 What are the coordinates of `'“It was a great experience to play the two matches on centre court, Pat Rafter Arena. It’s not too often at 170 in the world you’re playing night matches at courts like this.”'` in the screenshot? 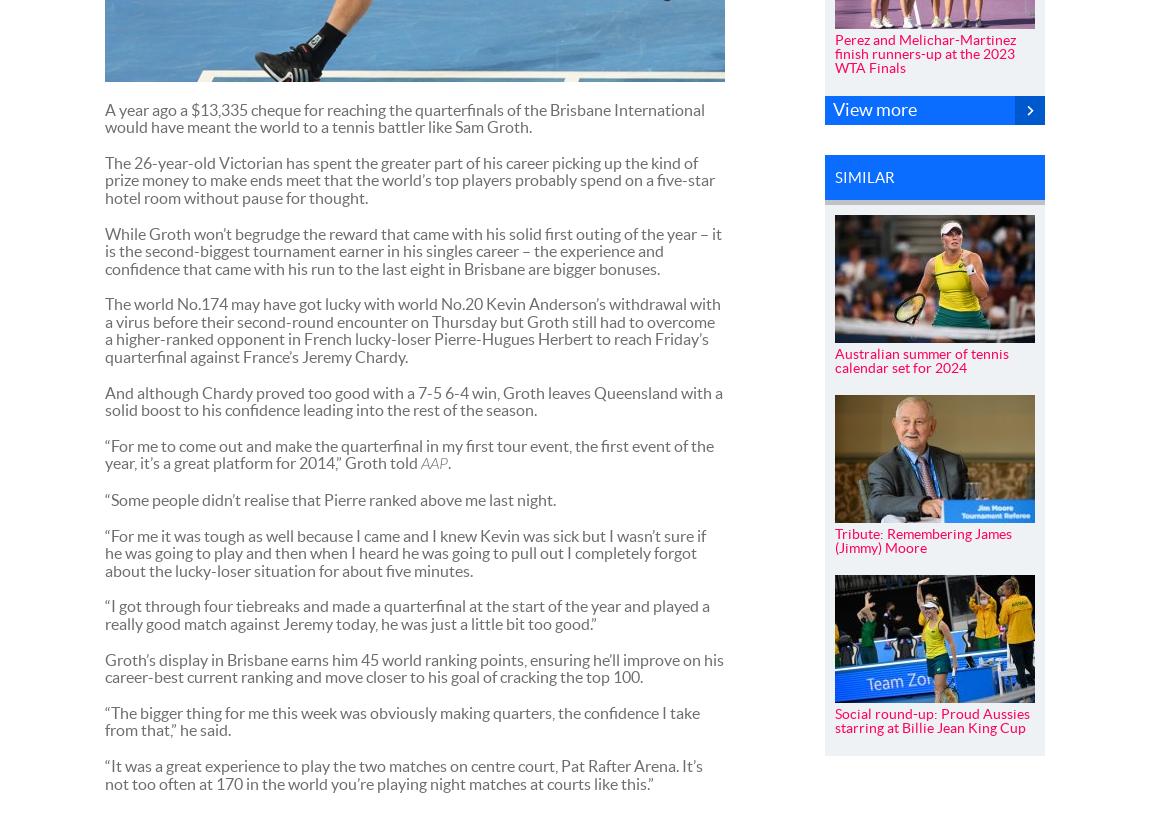 It's located at (403, 774).